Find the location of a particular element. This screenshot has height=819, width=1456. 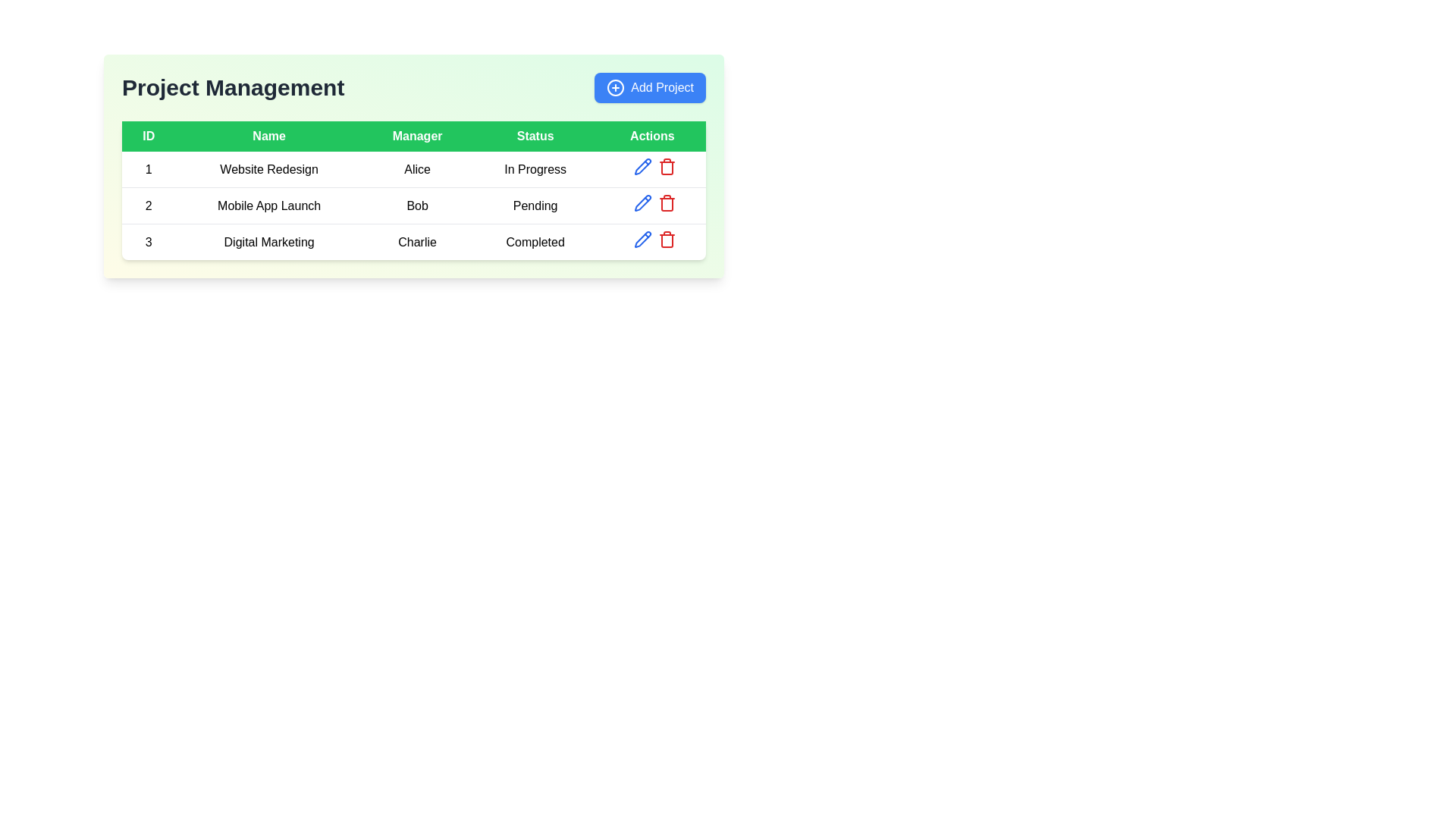

the Text element displaying the manager's name in the 'Manager' column of the second row in the project table, located between 'Mobile App Launch' and 'Pending' is located at coordinates (417, 206).